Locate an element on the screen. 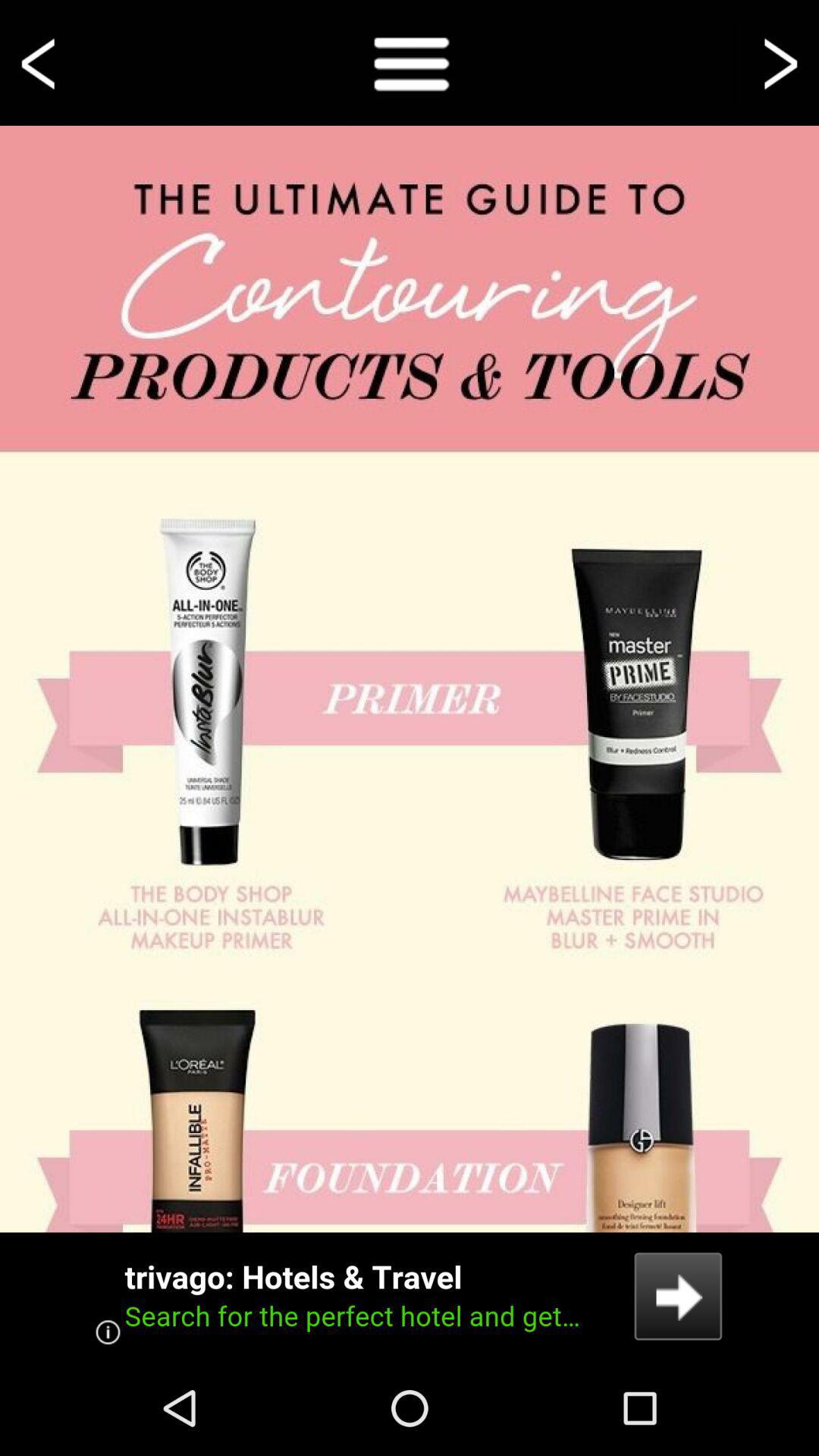 The height and width of the screenshot is (1456, 819). go forward is located at coordinates (778, 61).